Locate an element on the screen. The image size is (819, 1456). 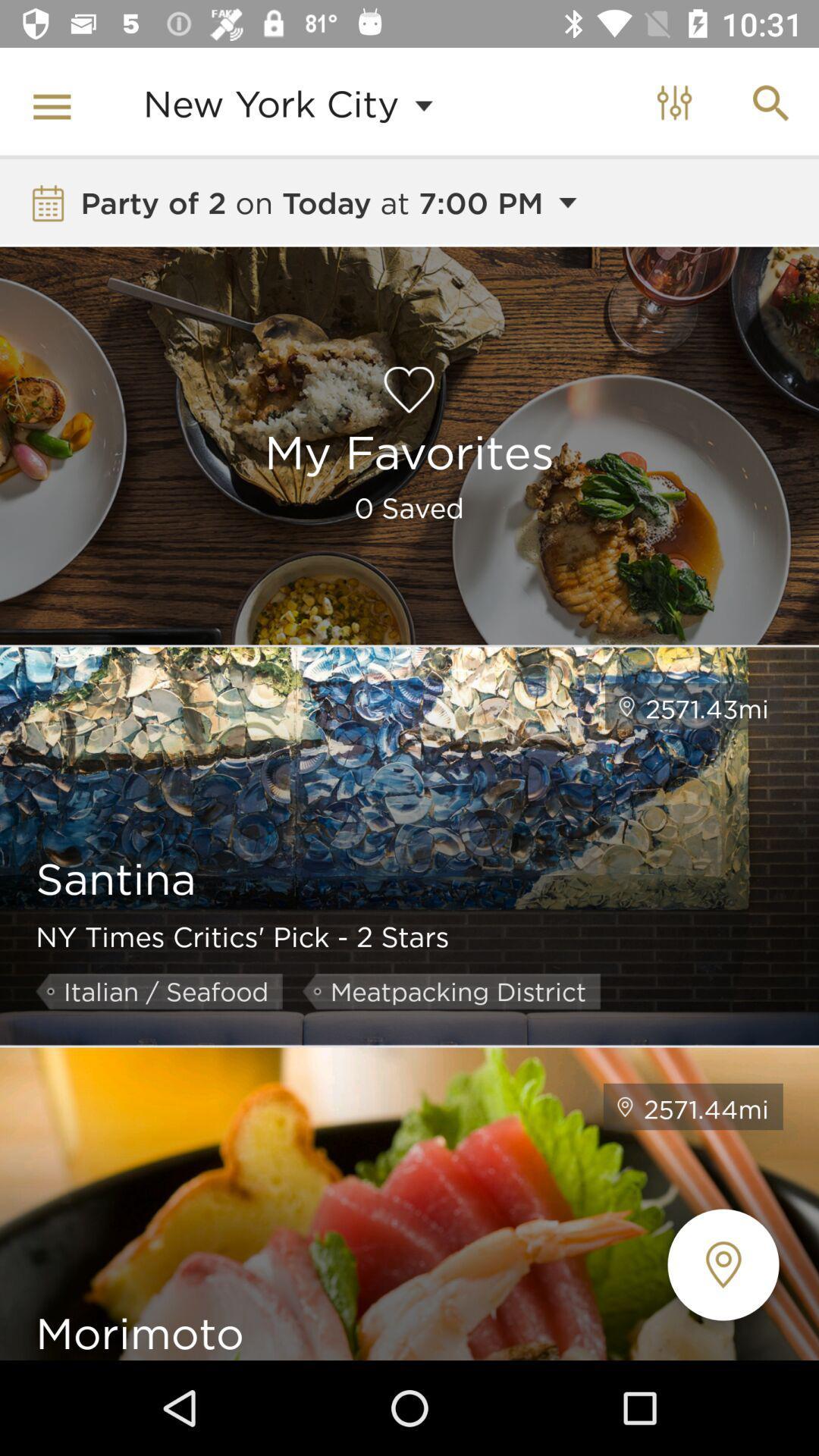
the item below 2571.44mi is located at coordinates (722, 1265).